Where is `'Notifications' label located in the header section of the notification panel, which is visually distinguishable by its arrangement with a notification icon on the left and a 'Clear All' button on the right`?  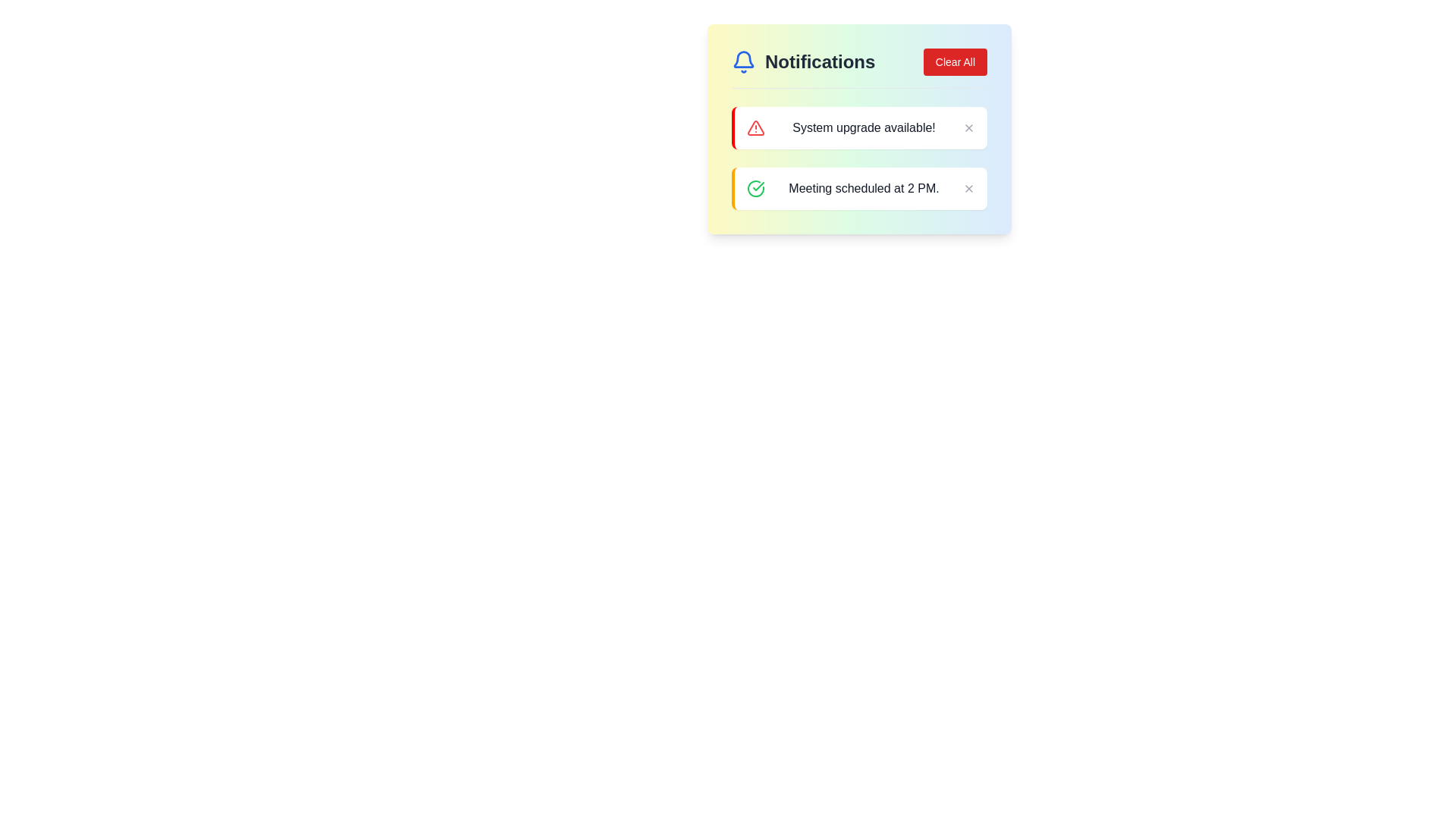
'Notifications' label located in the header section of the notification panel, which is visually distinguishable by its arrangement with a notification icon on the left and a 'Clear All' button on the right is located at coordinates (859, 68).